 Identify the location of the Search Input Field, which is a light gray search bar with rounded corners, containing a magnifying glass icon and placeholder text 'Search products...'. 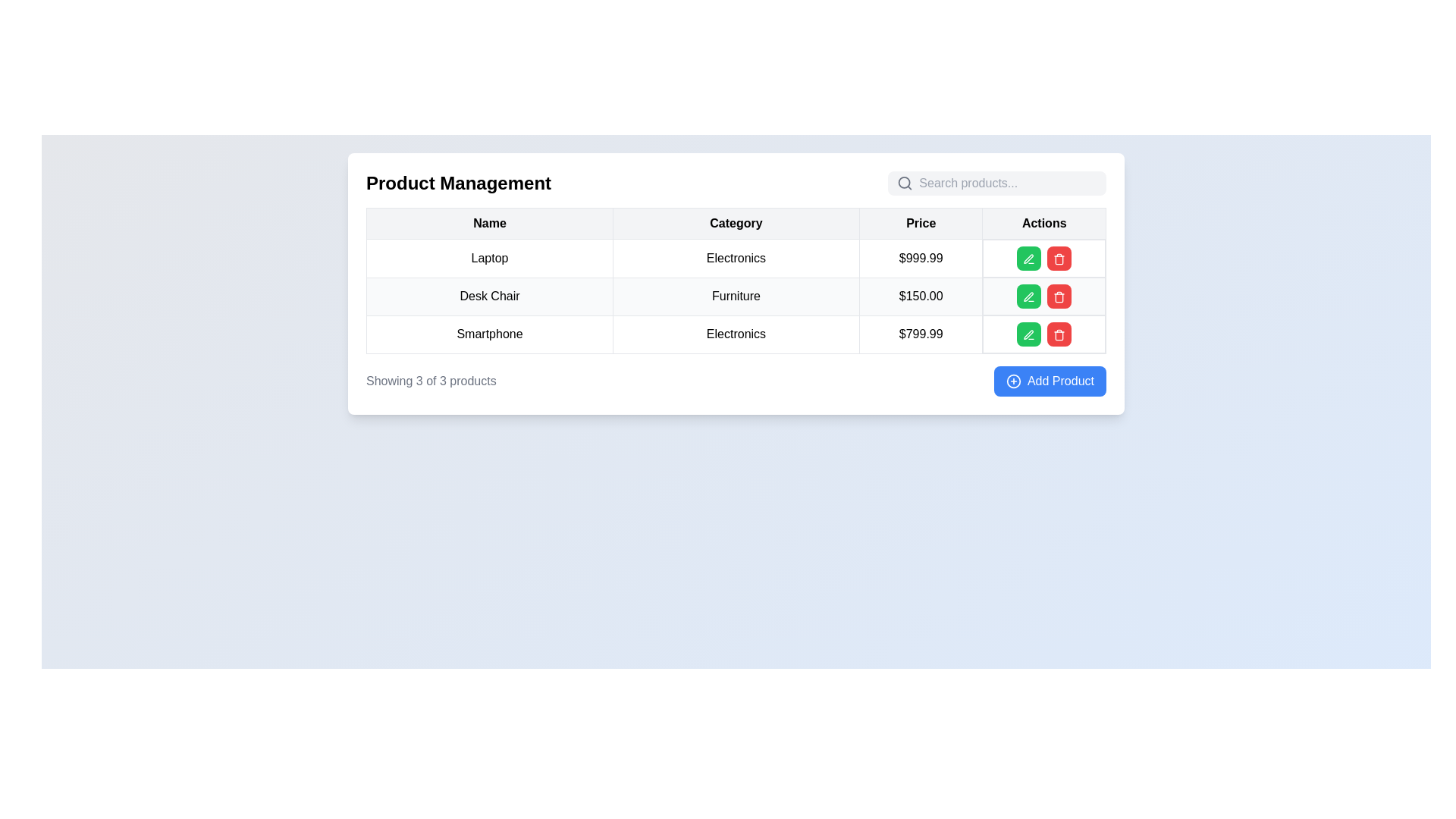
(997, 183).